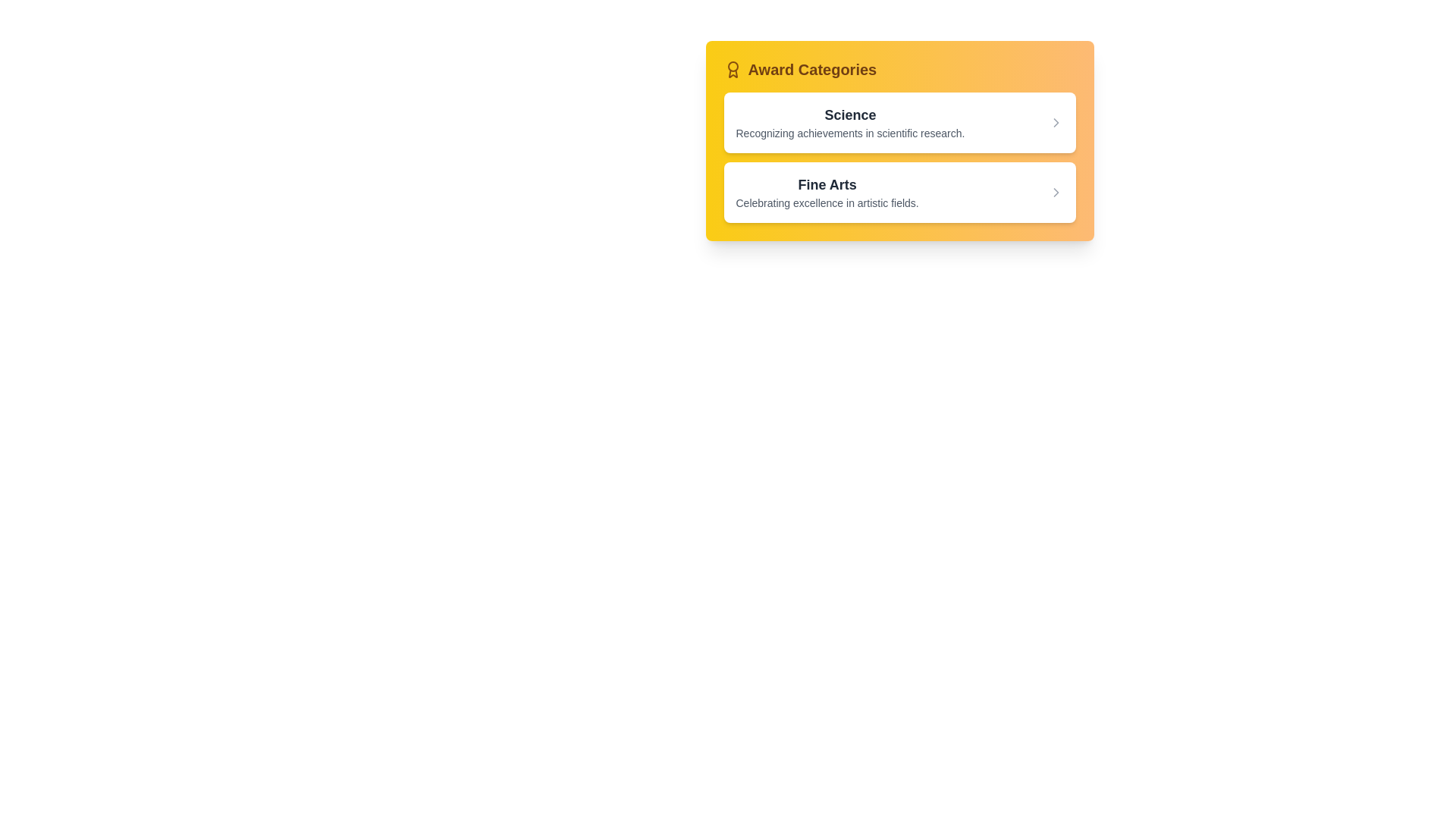  What do you see at coordinates (733, 70) in the screenshot?
I see `the circular badge icon with a ribbon-like base, styled in yellow, located at the top-left corner of the 'Award Categories' header` at bounding box center [733, 70].